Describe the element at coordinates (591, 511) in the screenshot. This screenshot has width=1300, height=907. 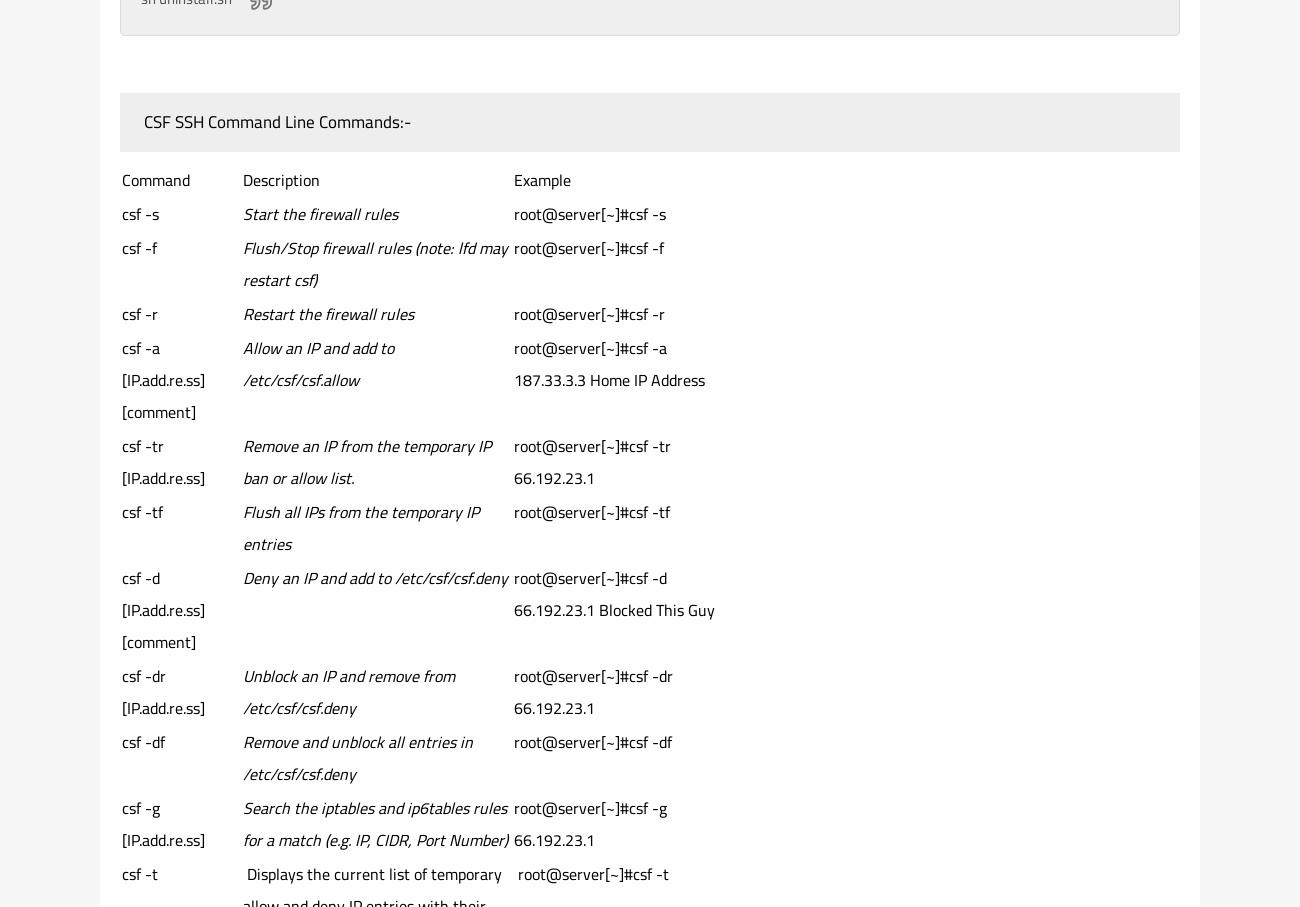
I see `'root@server[~]#csf -tf'` at that location.